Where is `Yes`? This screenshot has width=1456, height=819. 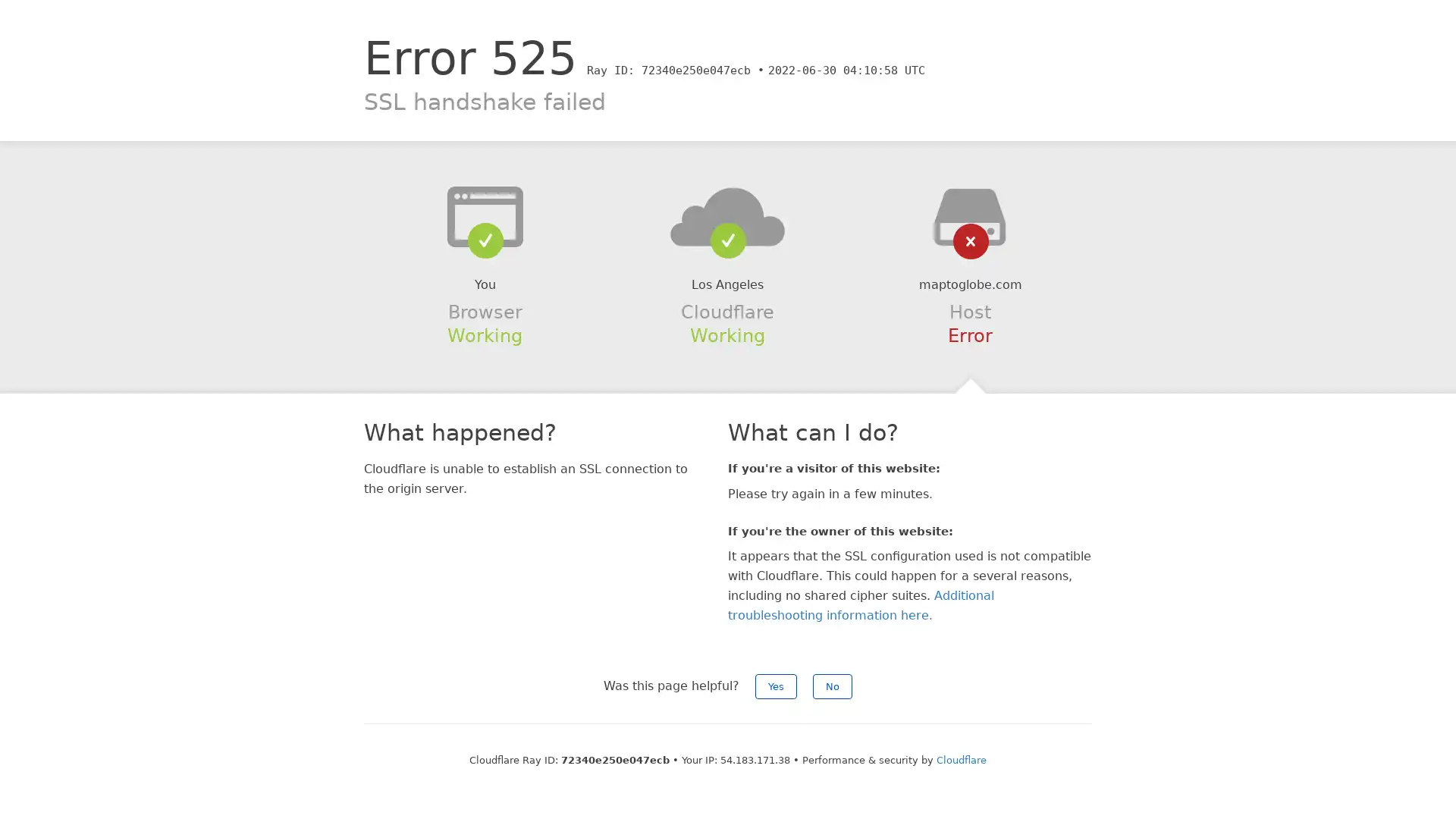
Yes is located at coordinates (776, 686).